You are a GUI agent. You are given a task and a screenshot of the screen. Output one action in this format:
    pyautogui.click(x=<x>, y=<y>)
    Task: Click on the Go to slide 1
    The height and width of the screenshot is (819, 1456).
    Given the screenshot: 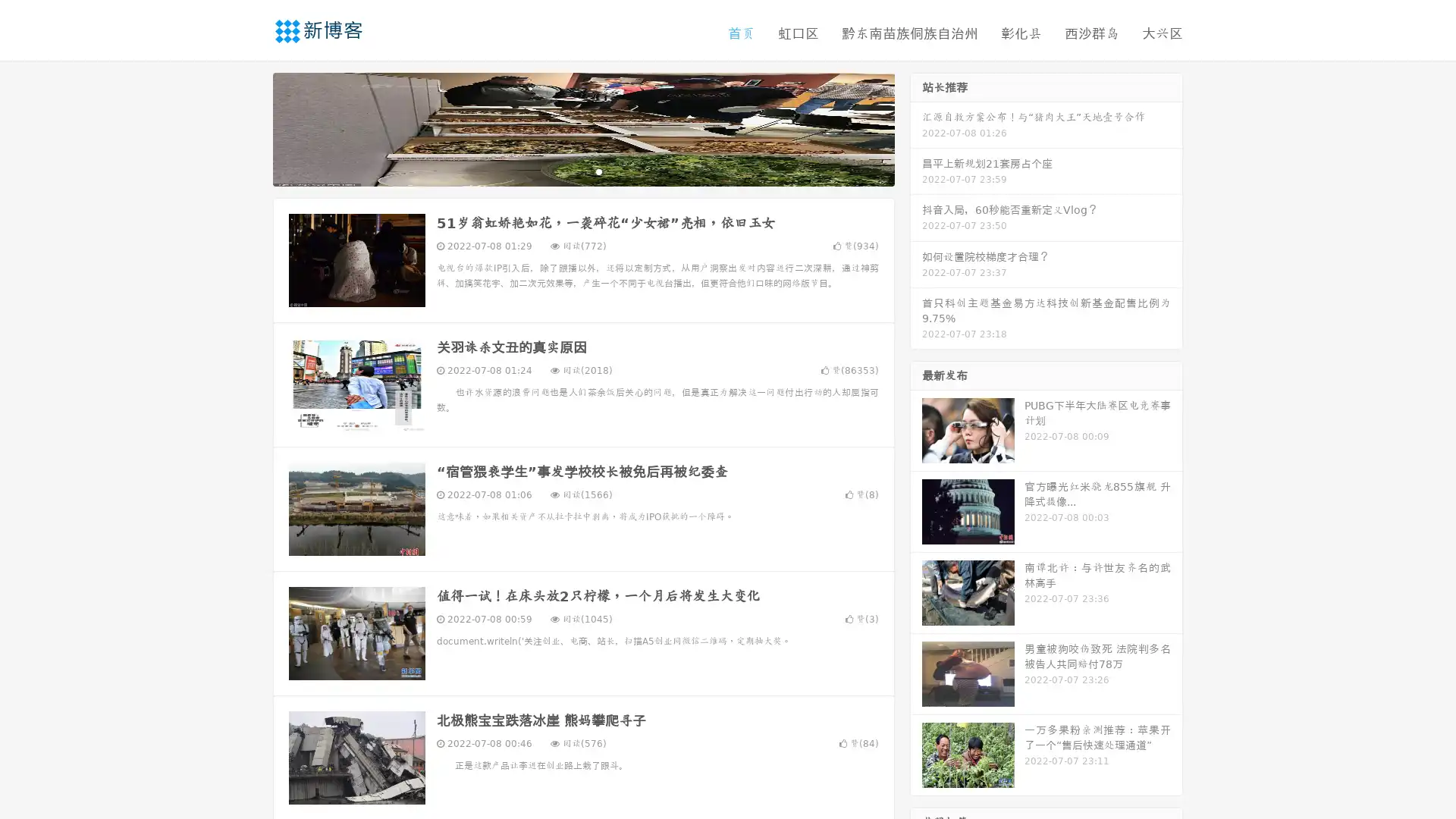 What is the action you would take?
    pyautogui.click(x=567, y=171)
    